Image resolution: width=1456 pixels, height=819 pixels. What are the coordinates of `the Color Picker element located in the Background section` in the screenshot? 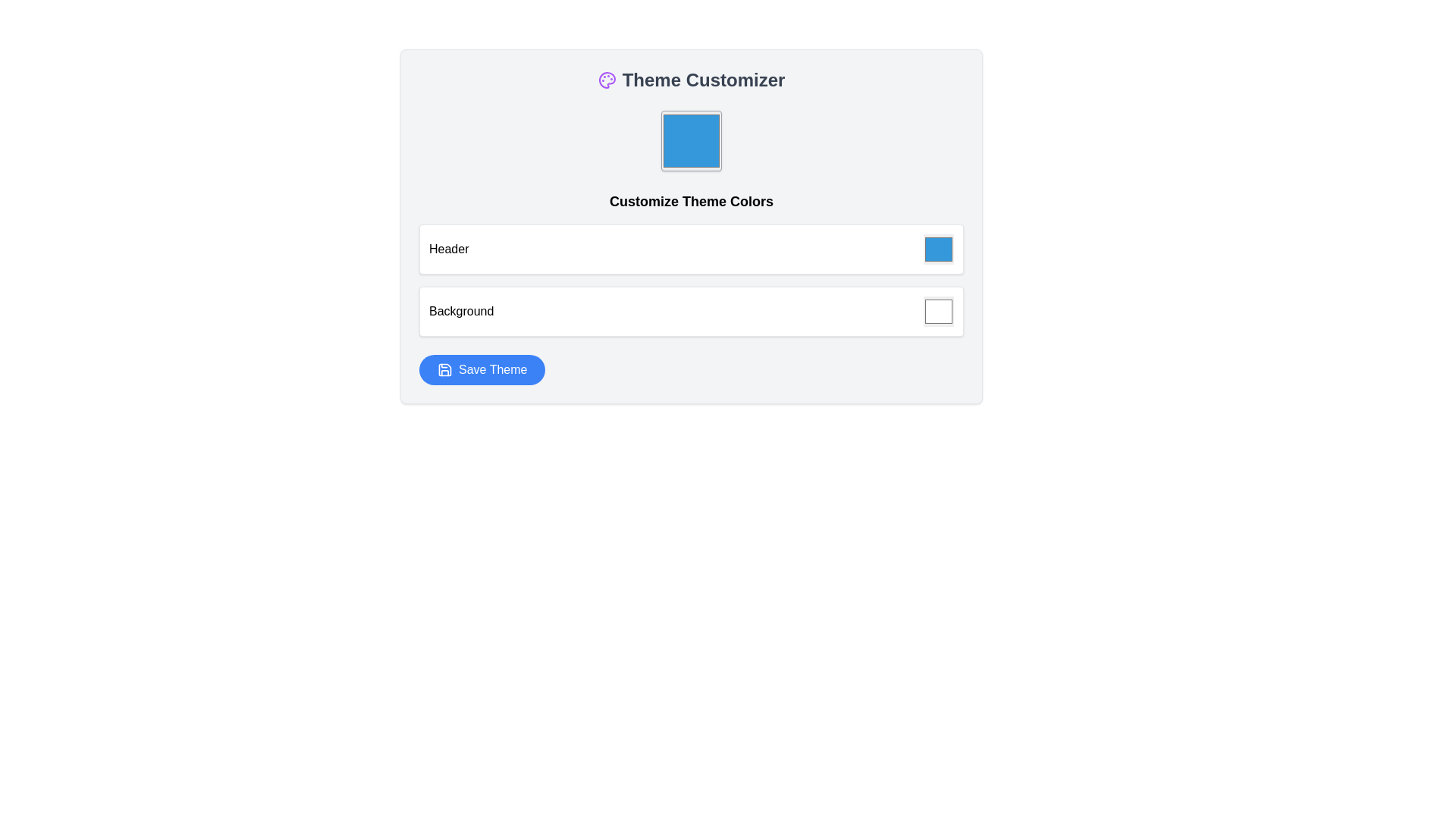 It's located at (938, 311).